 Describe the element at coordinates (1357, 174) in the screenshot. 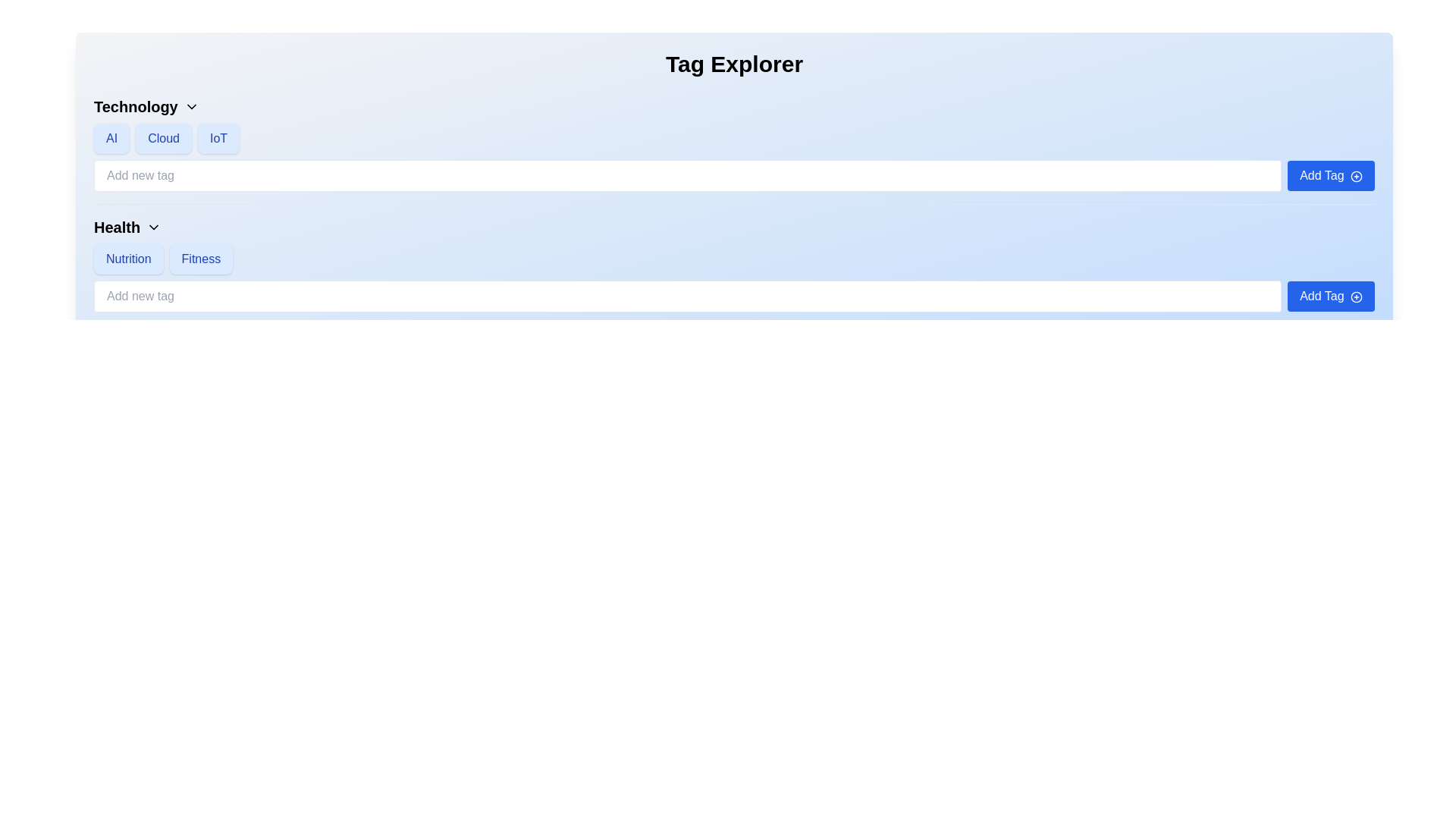

I see `the 'Add Tag' icon located on the right side of the text input field in the Technology group` at that location.